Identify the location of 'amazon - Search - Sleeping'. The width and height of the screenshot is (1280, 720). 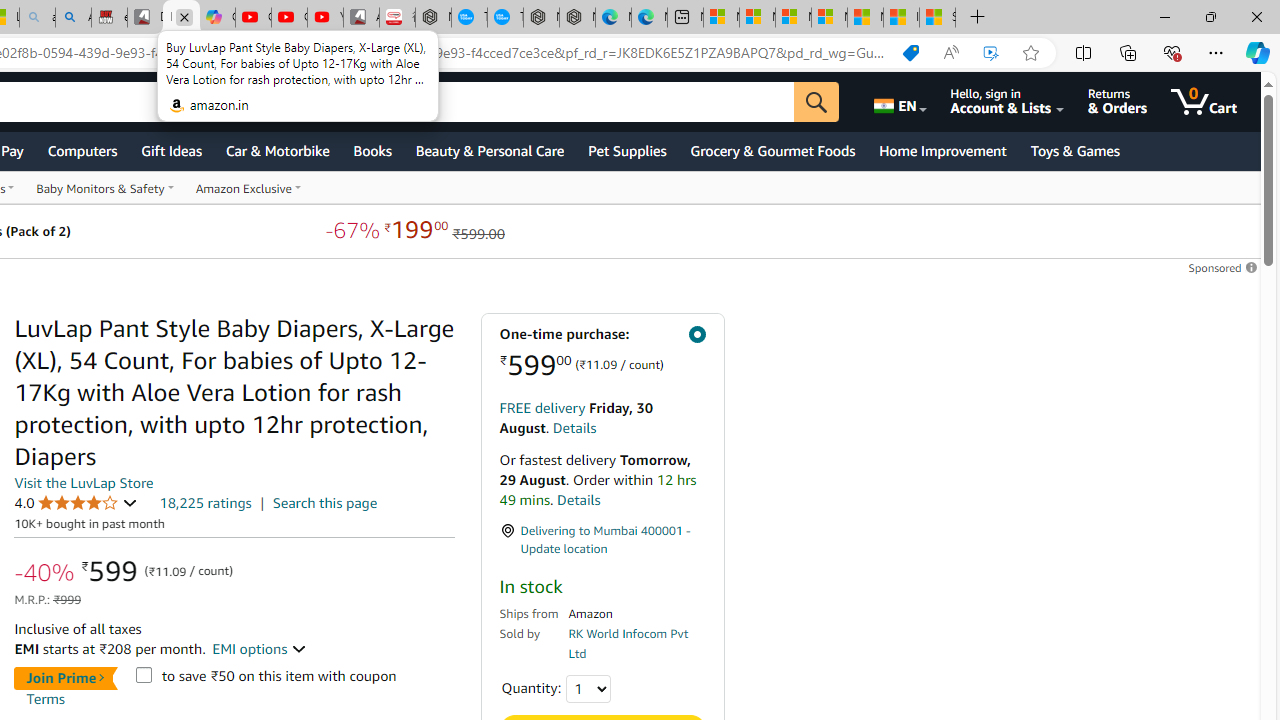
(37, 17).